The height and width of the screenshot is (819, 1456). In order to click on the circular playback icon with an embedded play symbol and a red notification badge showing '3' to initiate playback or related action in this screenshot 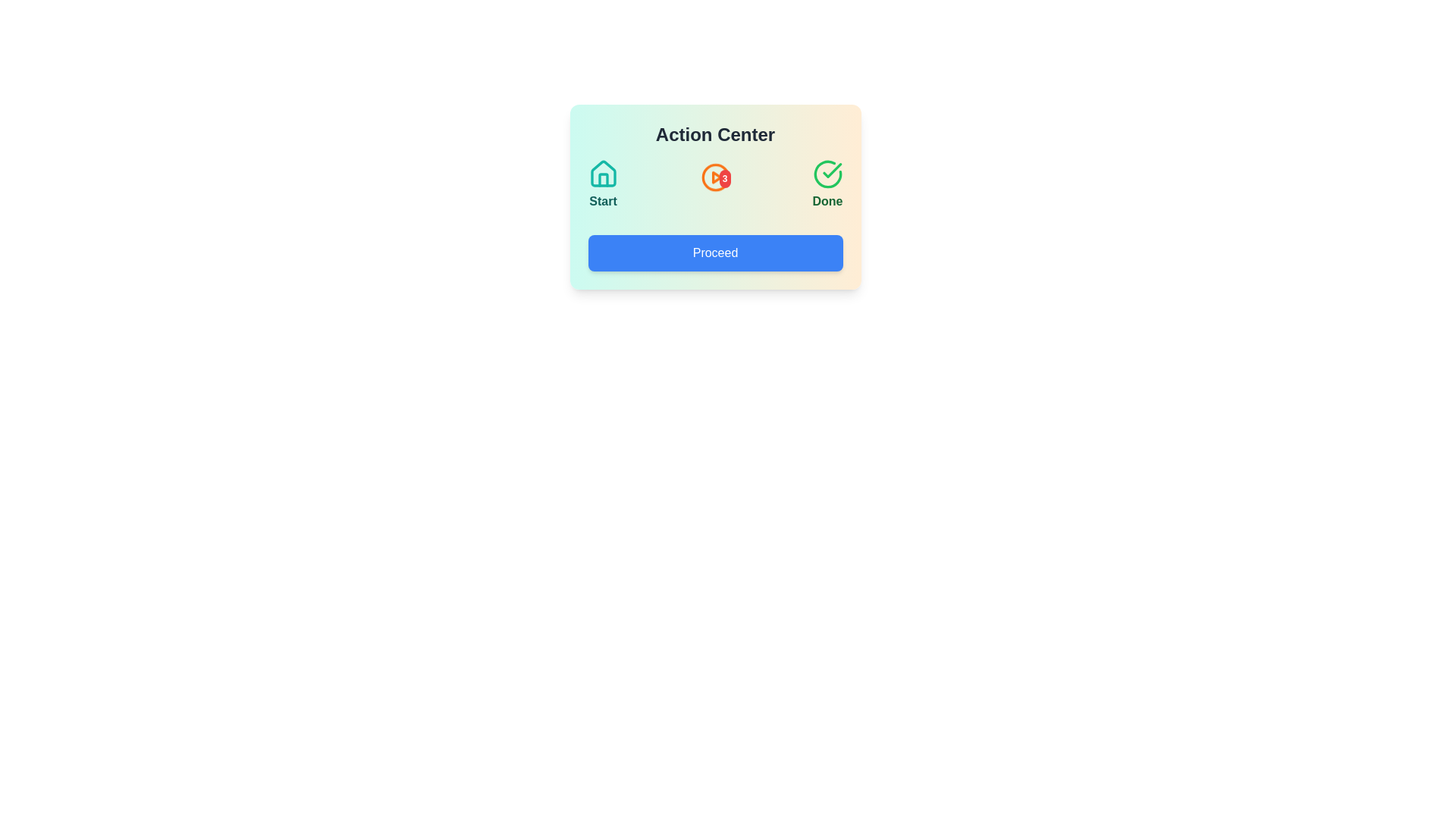, I will do `click(714, 181)`.